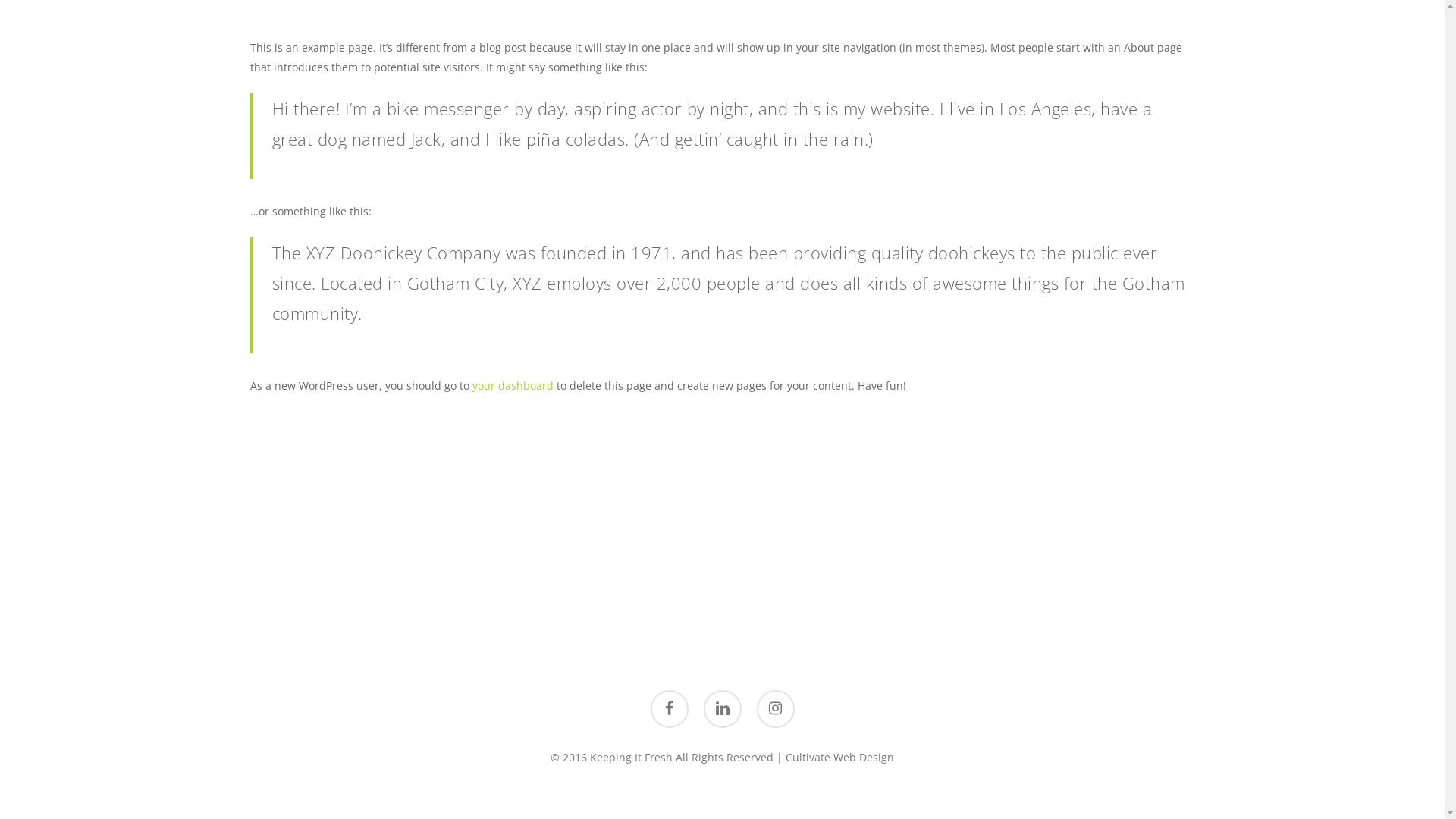  Describe the element at coordinates (722, 708) in the screenshot. I see `'linkedin'` at that location.